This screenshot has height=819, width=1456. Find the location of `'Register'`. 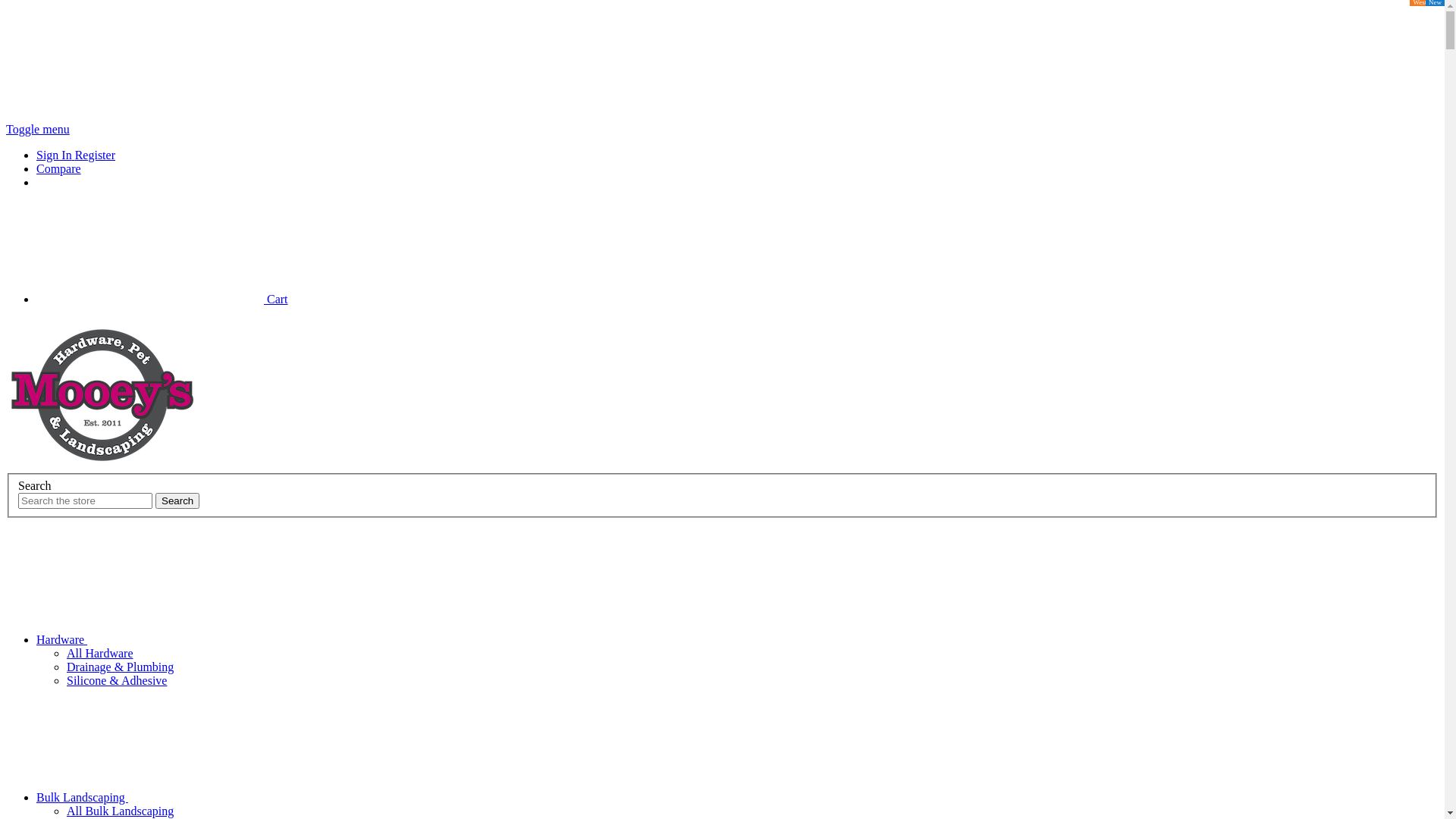

'Register' is located at coordinates (94, 155).